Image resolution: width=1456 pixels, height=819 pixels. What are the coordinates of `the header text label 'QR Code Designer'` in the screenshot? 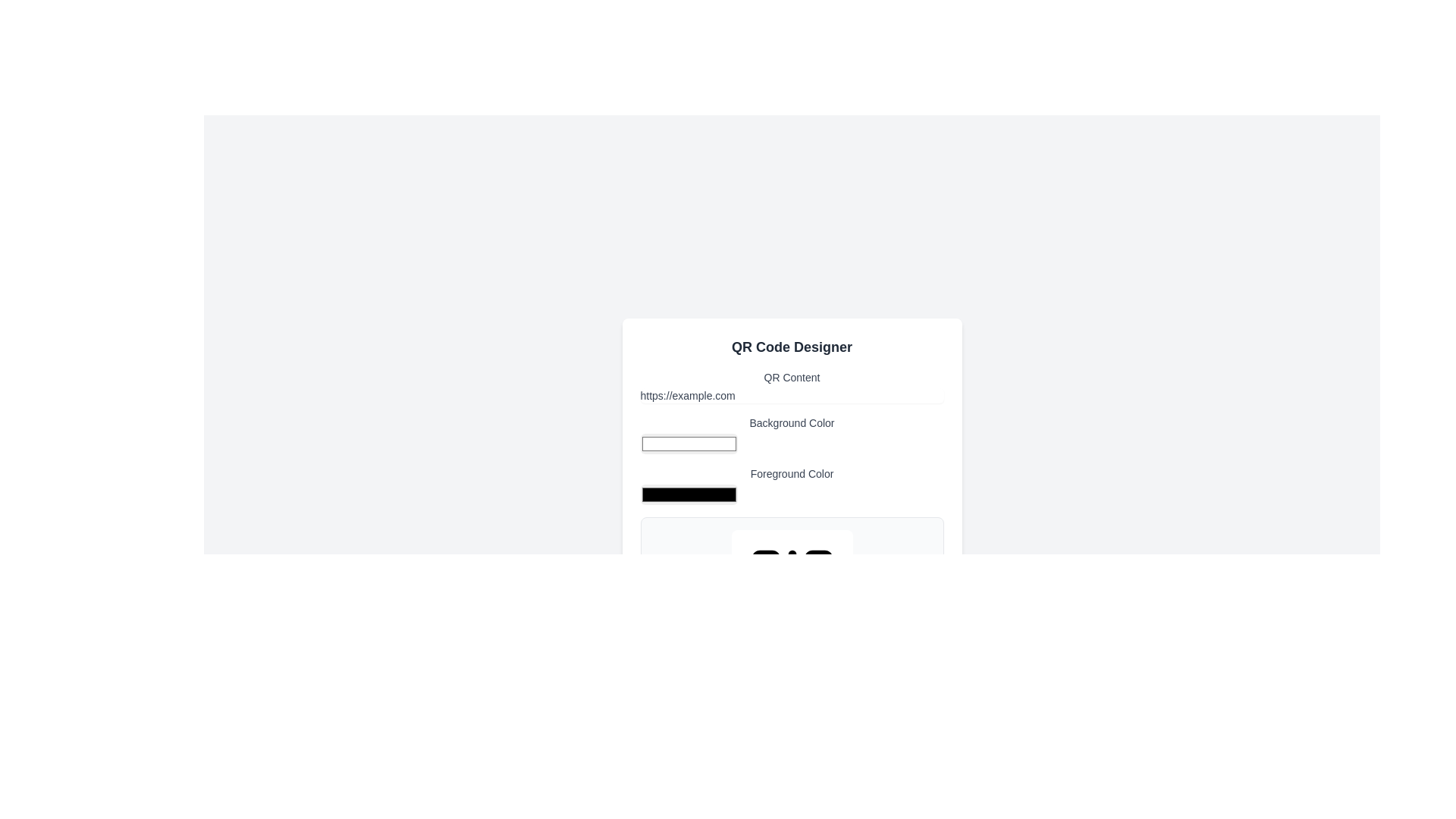 It's located at (791, 347).